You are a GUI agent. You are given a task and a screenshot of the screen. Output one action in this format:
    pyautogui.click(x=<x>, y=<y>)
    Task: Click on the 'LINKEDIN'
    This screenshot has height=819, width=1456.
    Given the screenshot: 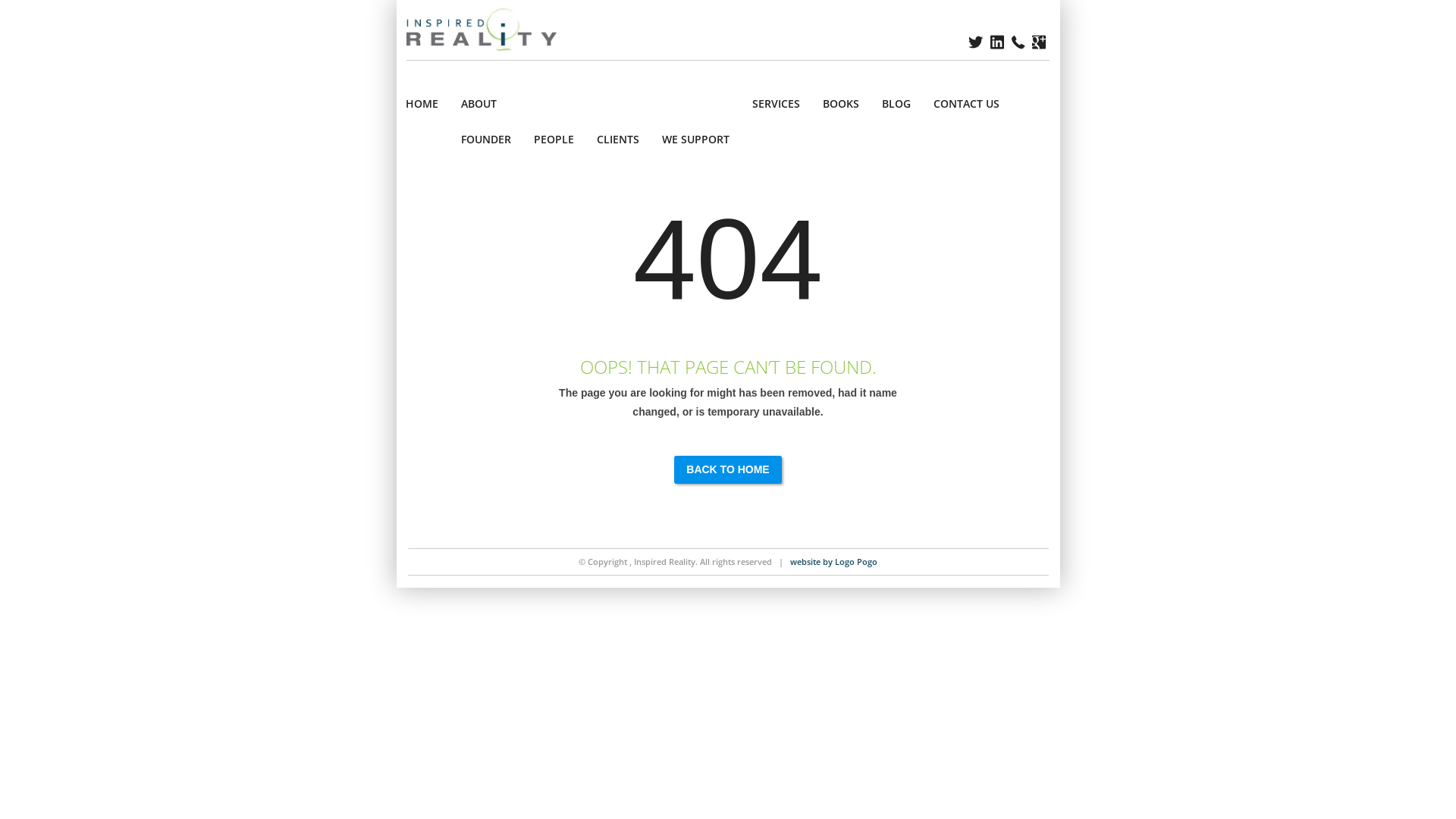 What is the action you would take?
    pyautogui.click(x=997, y=42)
    